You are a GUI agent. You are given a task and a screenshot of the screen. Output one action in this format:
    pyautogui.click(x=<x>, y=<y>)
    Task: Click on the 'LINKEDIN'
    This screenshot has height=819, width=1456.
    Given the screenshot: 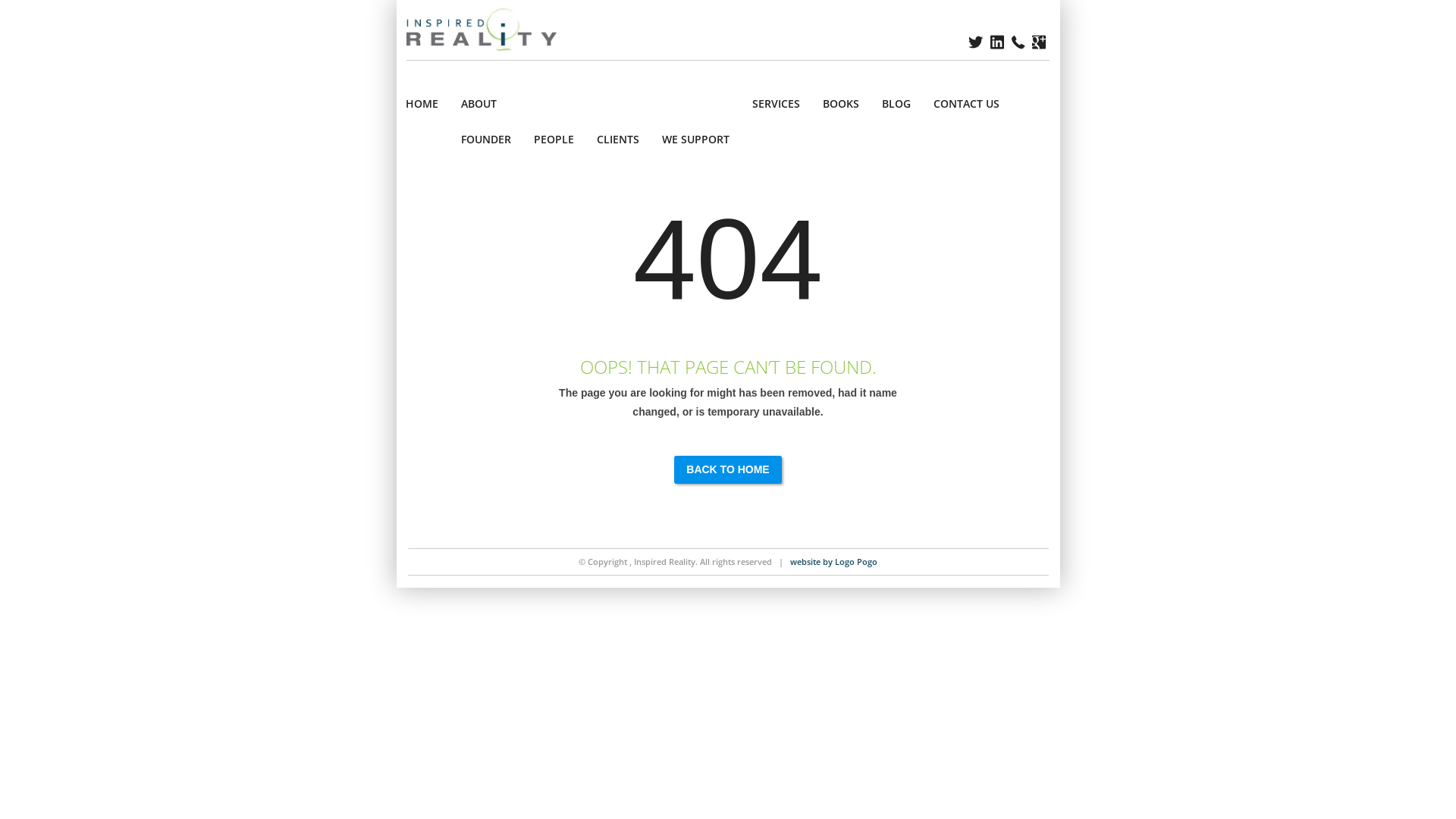 What is the action you would take?
    pyautogui.click(x=997, y=42)
    